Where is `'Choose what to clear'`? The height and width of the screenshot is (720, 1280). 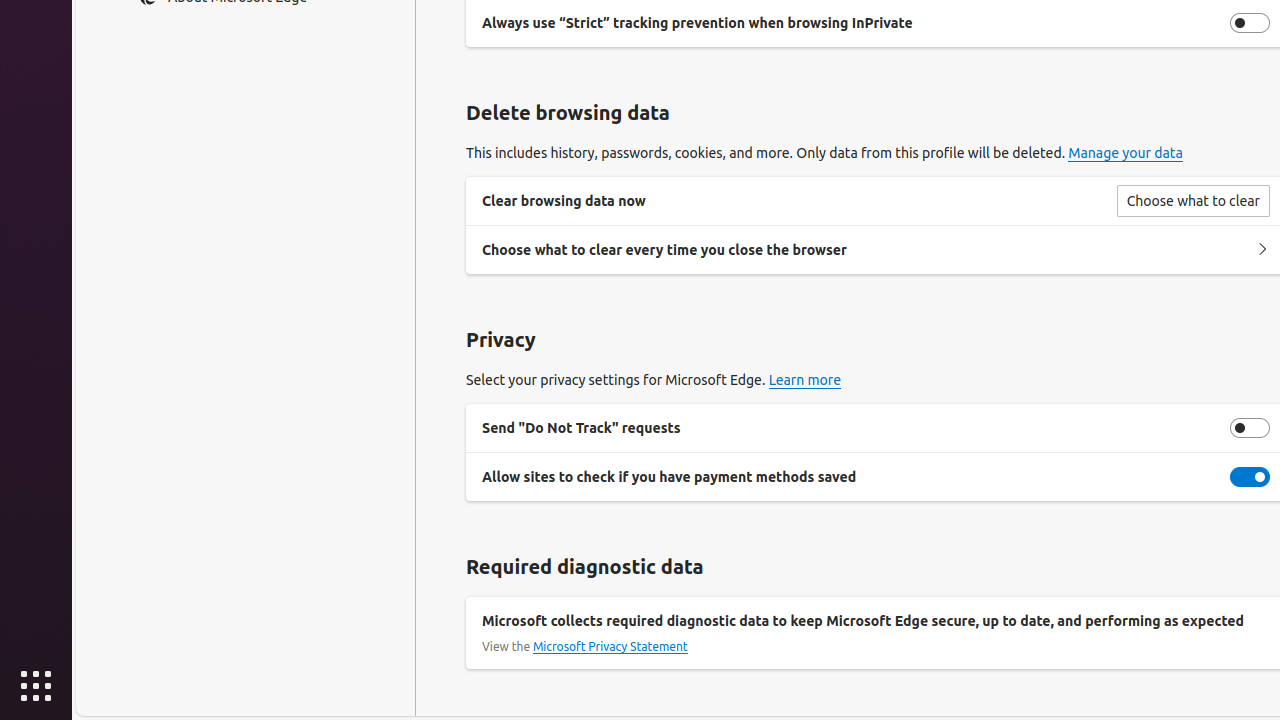 'Choose what to clear' is located at coordinates (1192, 201).